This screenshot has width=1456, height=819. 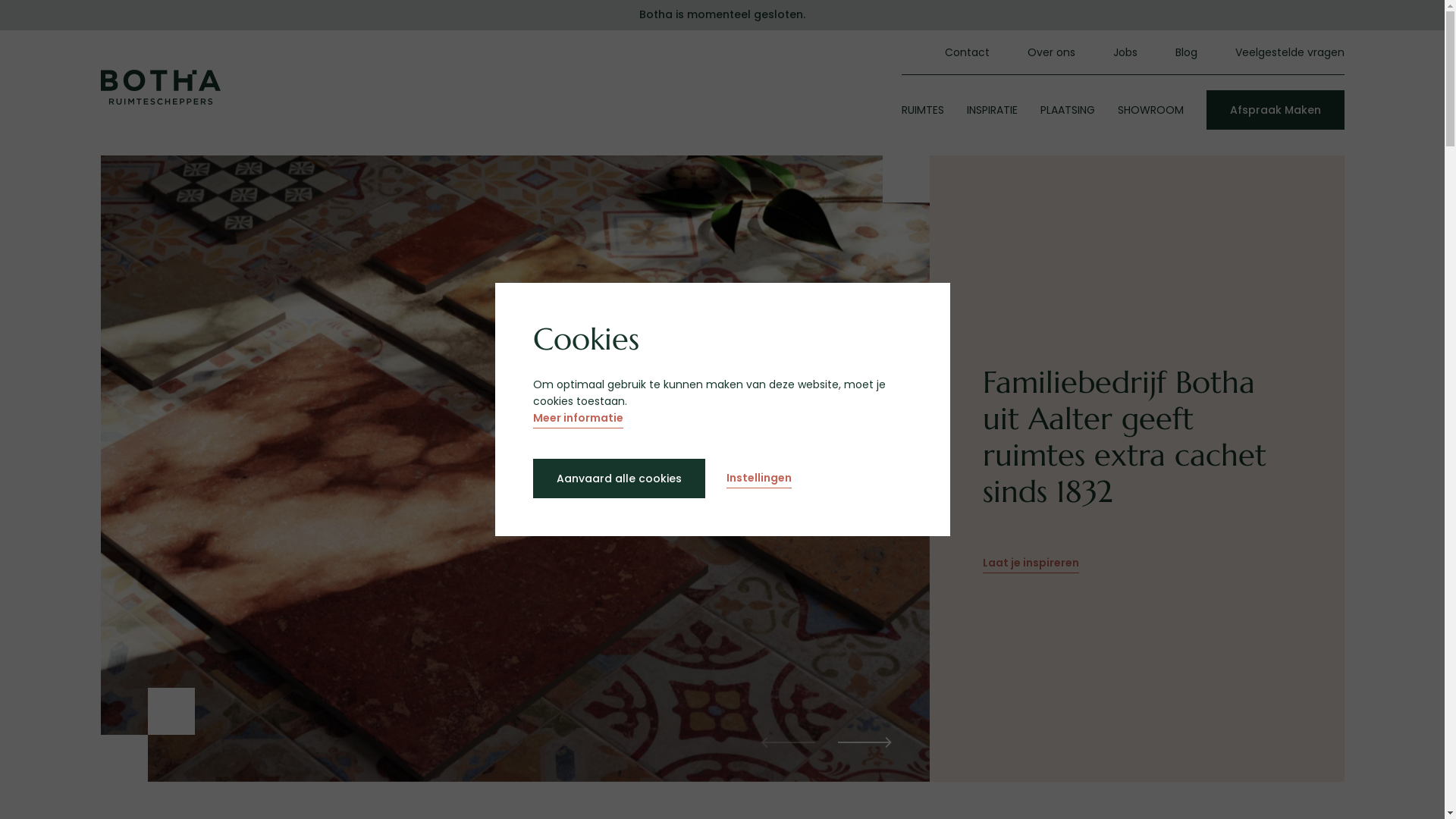 I want to click on 'Blog', so click(x=1185, y=52).